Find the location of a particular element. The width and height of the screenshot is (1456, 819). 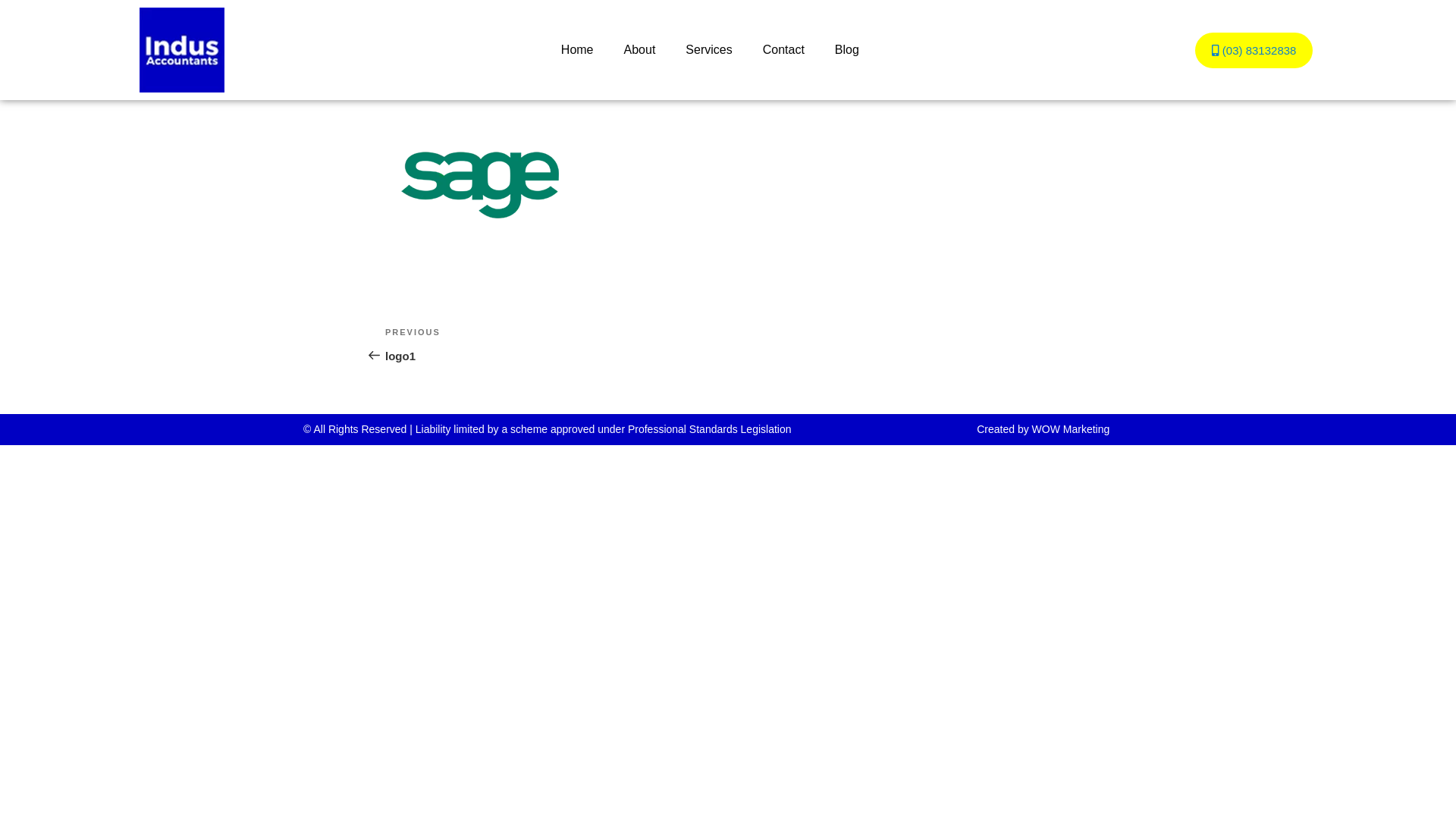

'Contact' is located at coordinates (747, 49).